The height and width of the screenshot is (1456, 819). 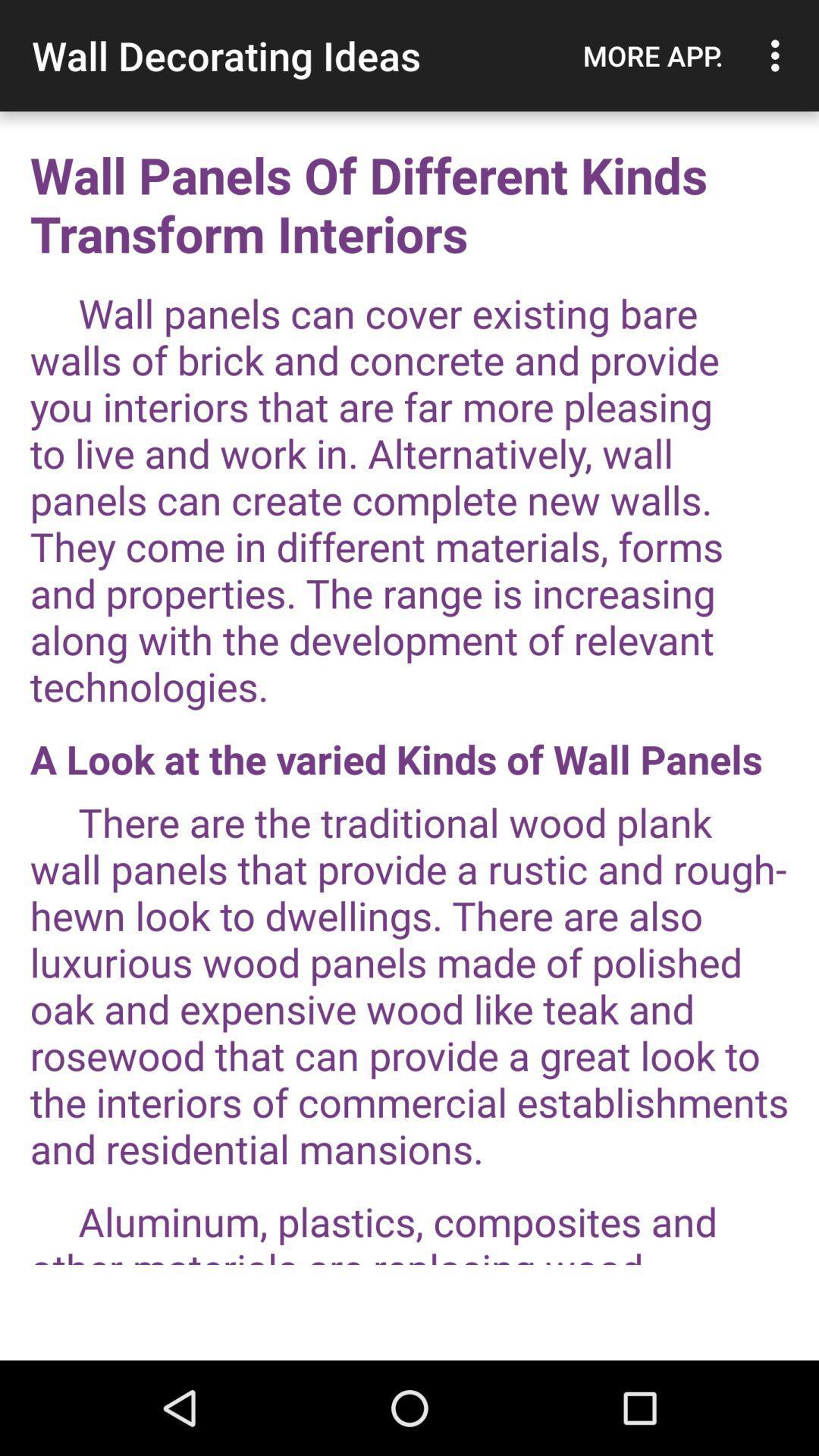 I want to click on the item next to more app. icon, so click(x=779, y=55).